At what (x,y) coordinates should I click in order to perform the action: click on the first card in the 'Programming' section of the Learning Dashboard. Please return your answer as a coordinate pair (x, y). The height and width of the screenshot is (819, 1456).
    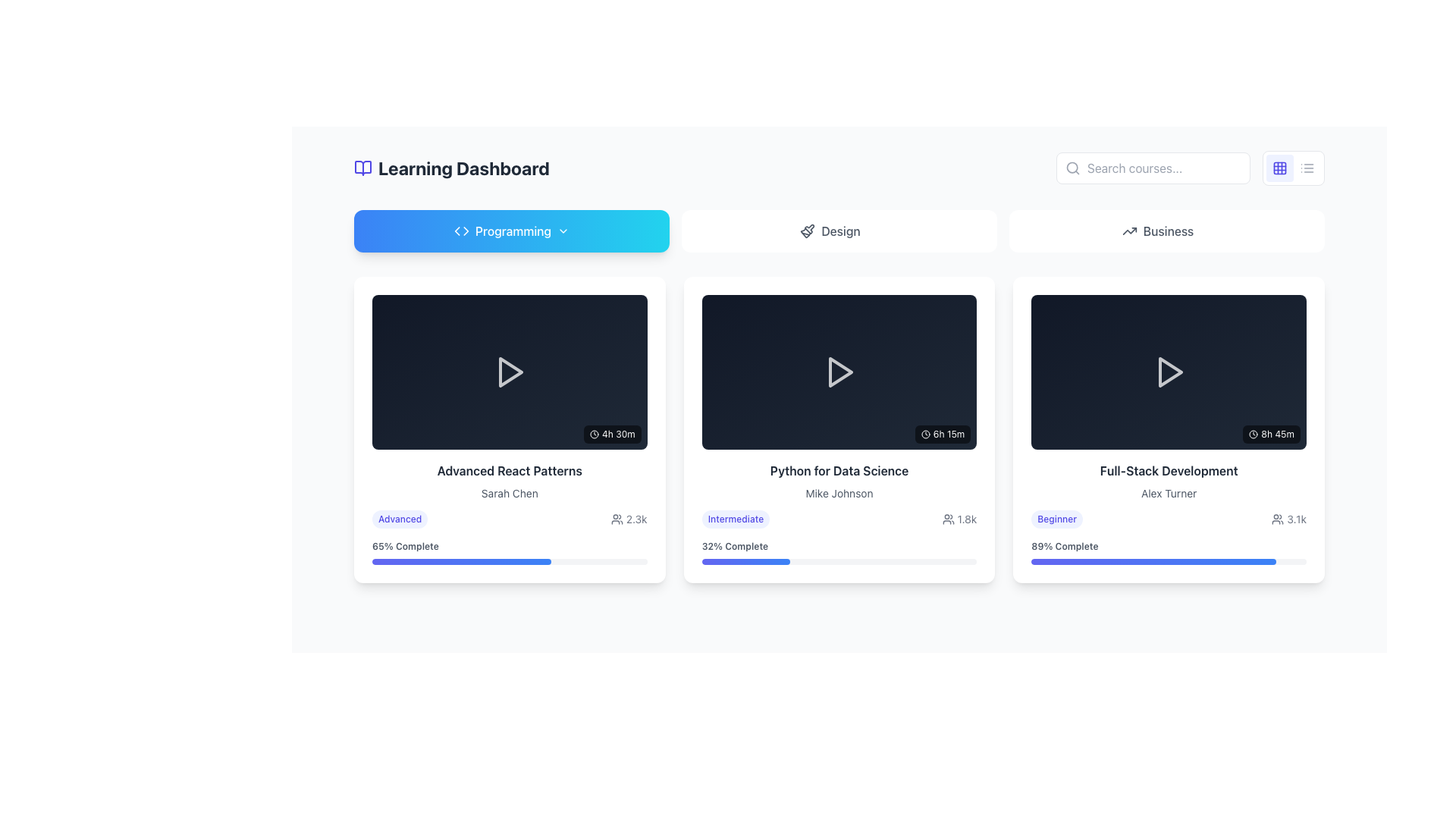
    Looking at the image, I should click on (510, 430).